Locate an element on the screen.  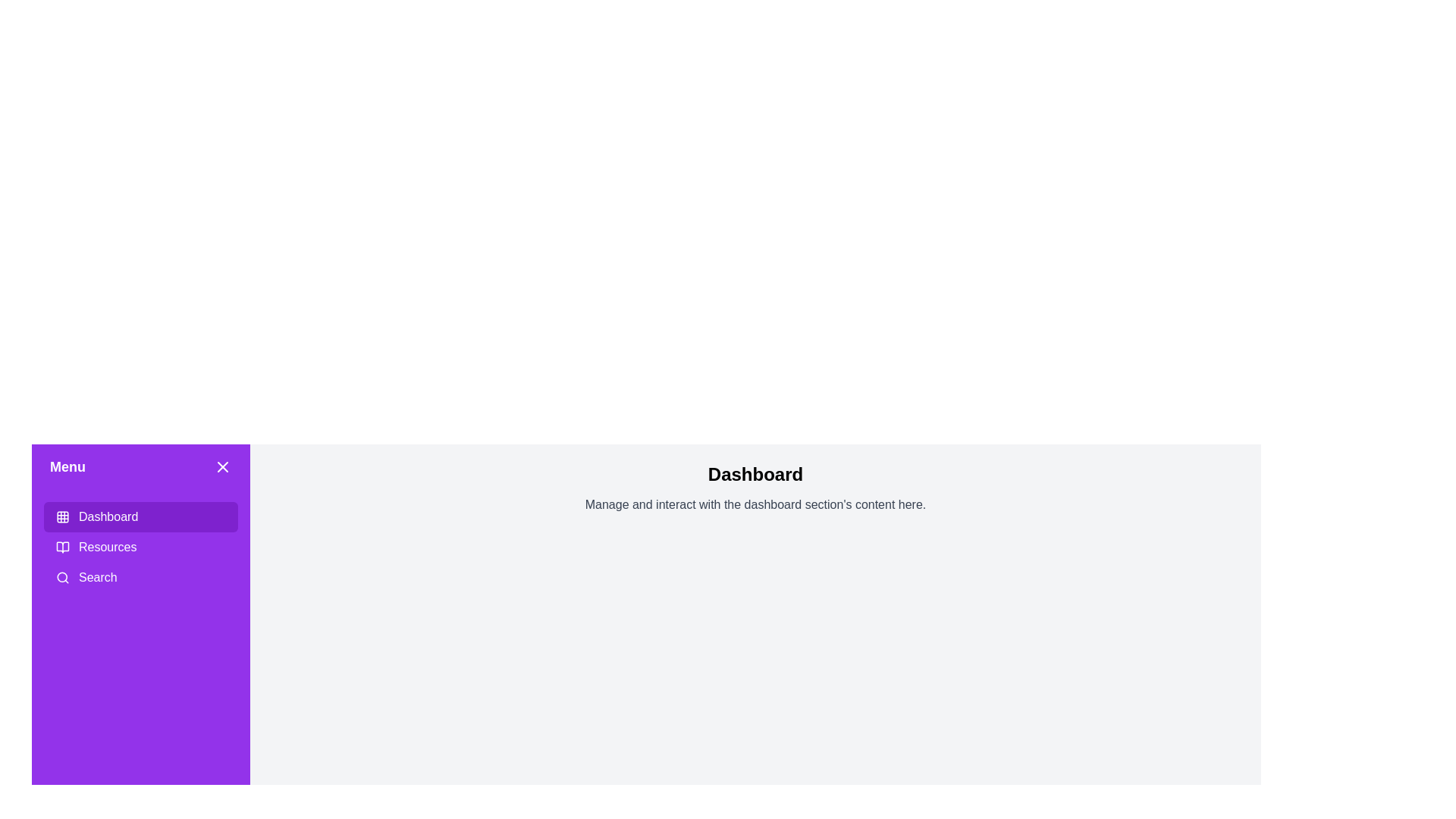
the purple grid icon representing the 'Dashboard' functionality is located at coordinates (61, 516).